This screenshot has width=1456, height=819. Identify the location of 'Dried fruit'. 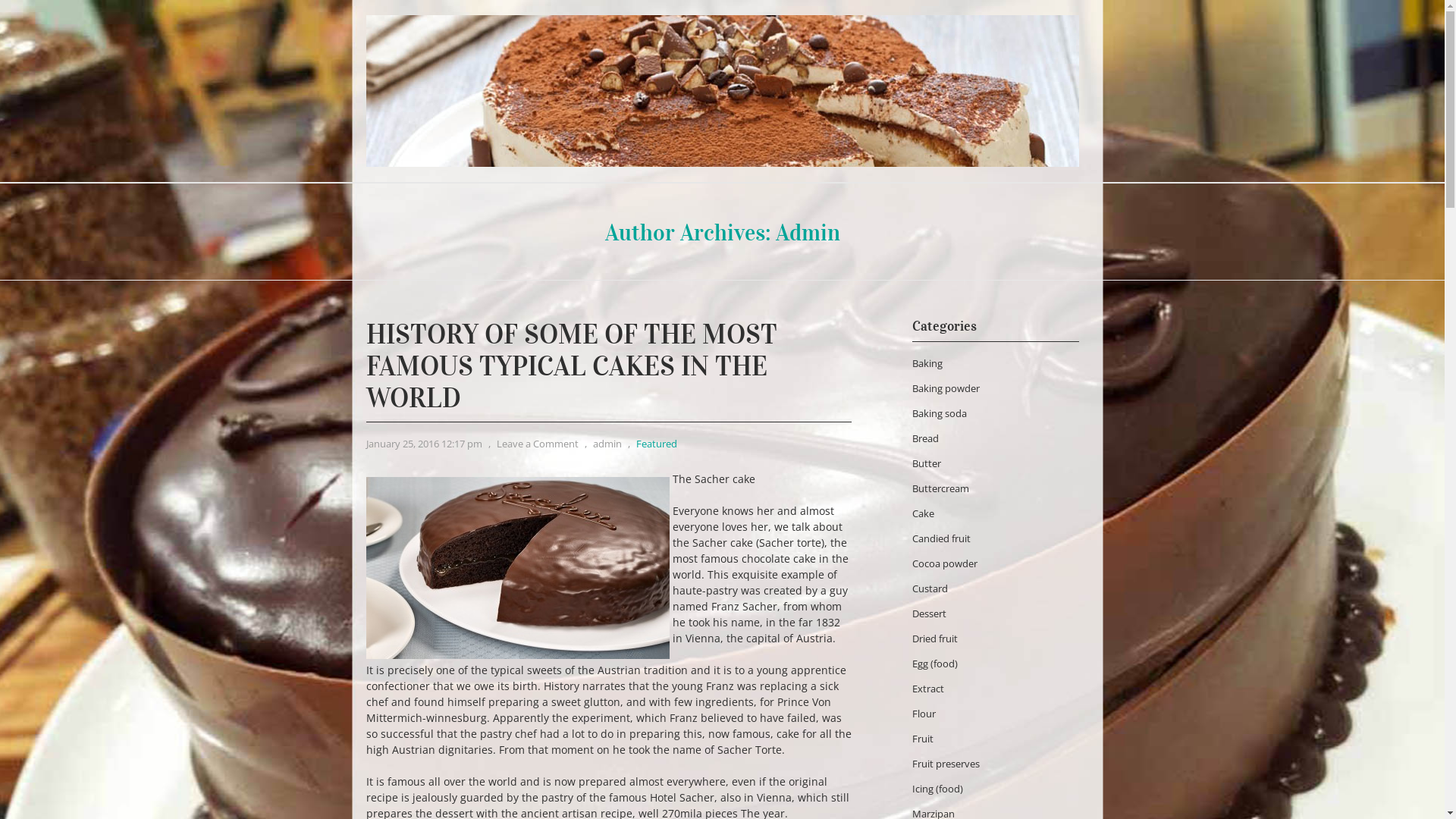
(934, 638).